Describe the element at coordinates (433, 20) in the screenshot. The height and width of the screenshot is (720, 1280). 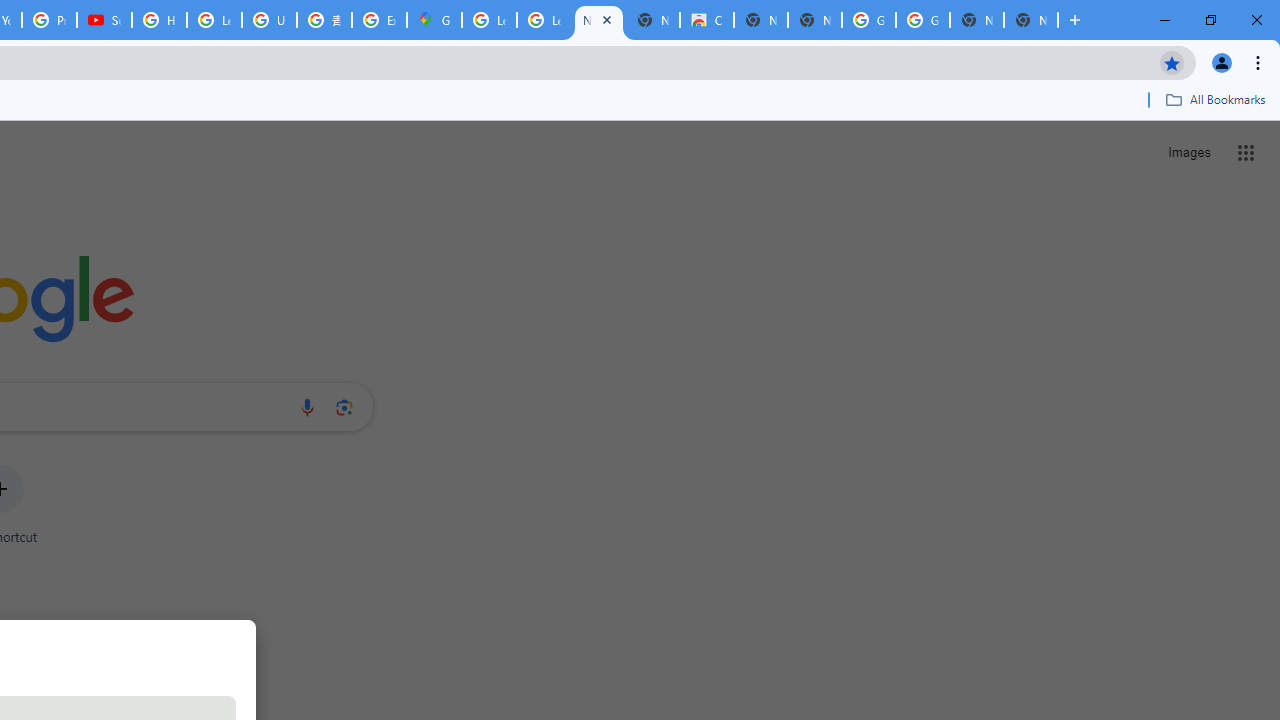
I see `'Google Maps'` at that location.